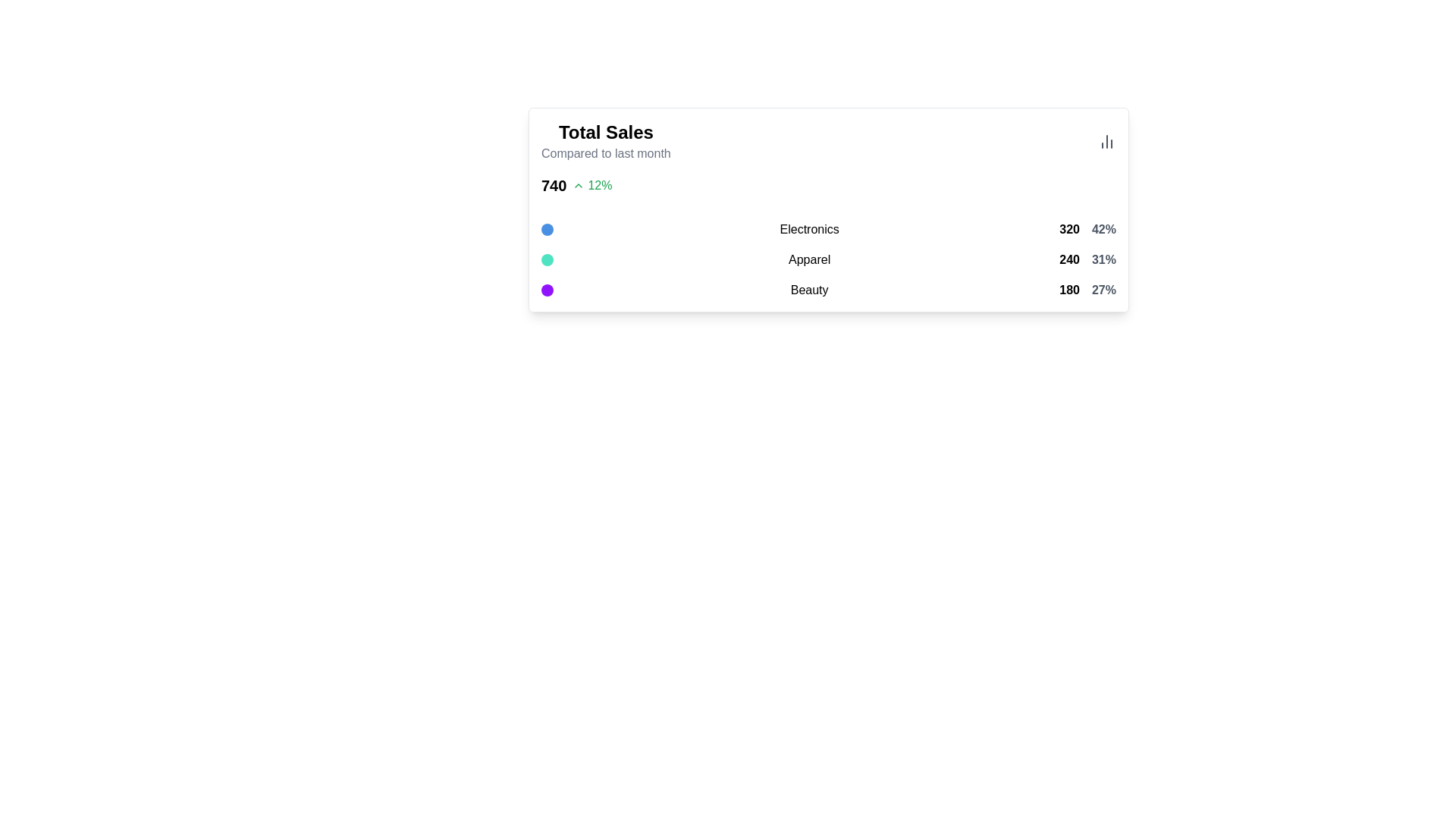  What do you see at coordinates (1068, 230) in the screenshot?
I see `the bold numerical value '320' that is aligned with the 'Electronics' label and located to its left of '42%'` at bounding box center [1068, 230].